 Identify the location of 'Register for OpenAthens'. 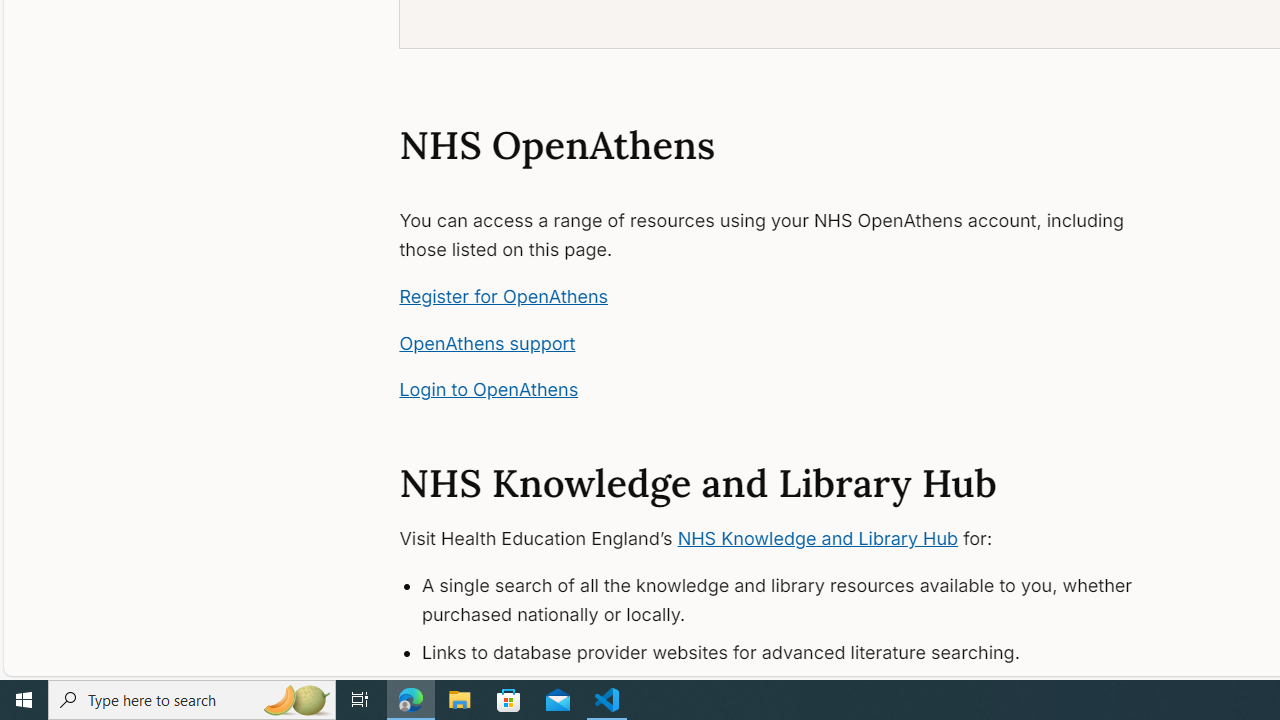
(504, 295).